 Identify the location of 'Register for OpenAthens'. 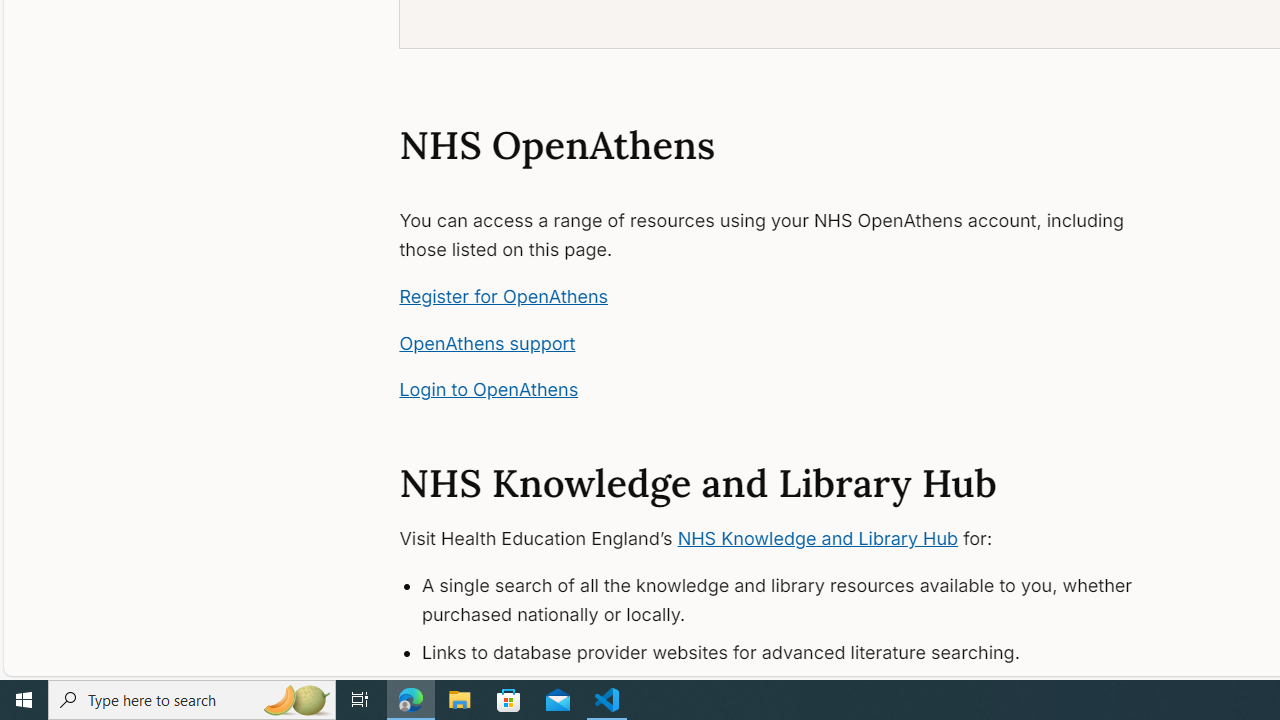
(504, 295).